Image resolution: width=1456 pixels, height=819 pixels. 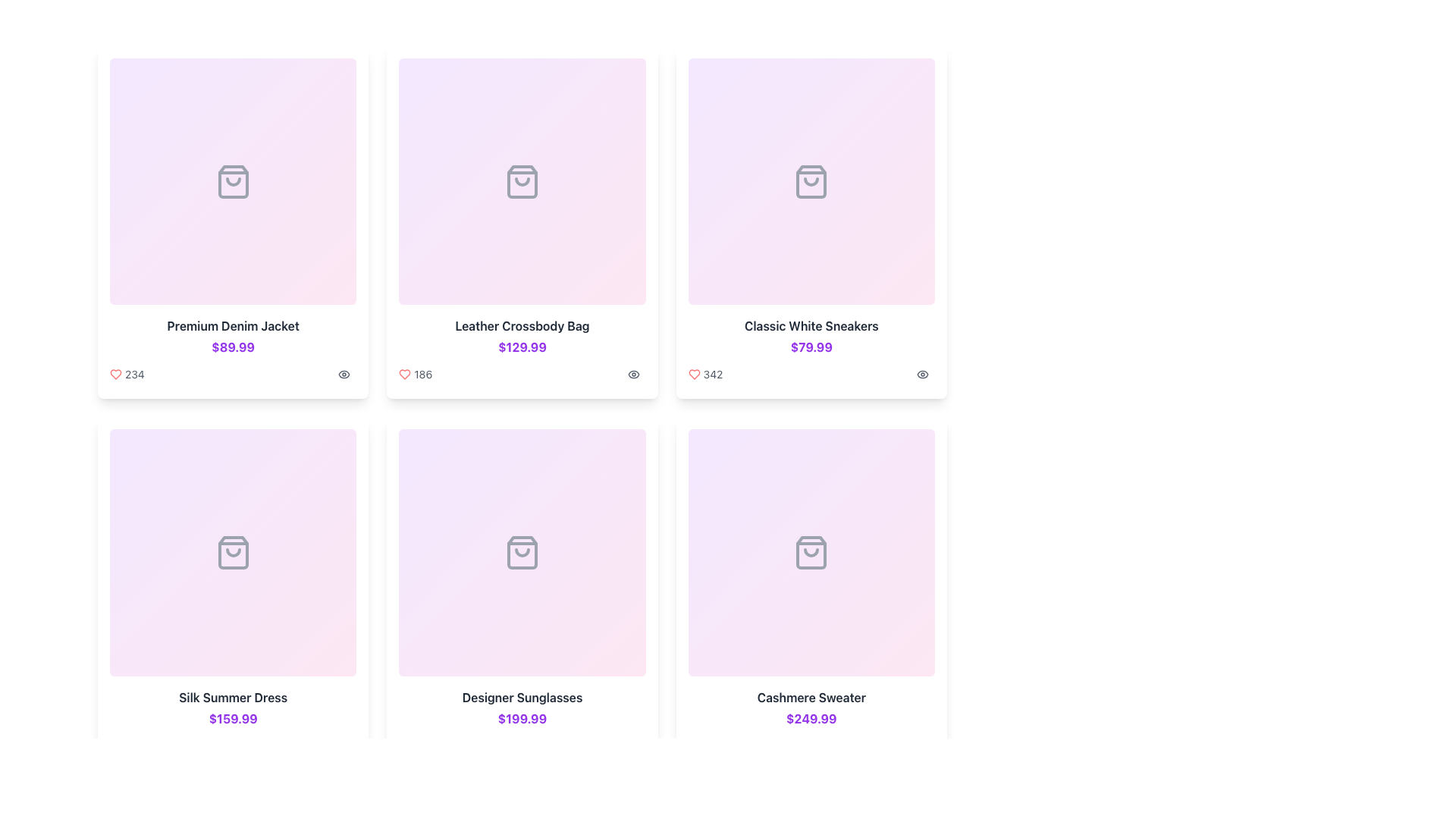 I want to click on the simplified shopping bag icon located at the bottom-right of the 'Cashmere Sweater' product card, so click(x=811, y=553).